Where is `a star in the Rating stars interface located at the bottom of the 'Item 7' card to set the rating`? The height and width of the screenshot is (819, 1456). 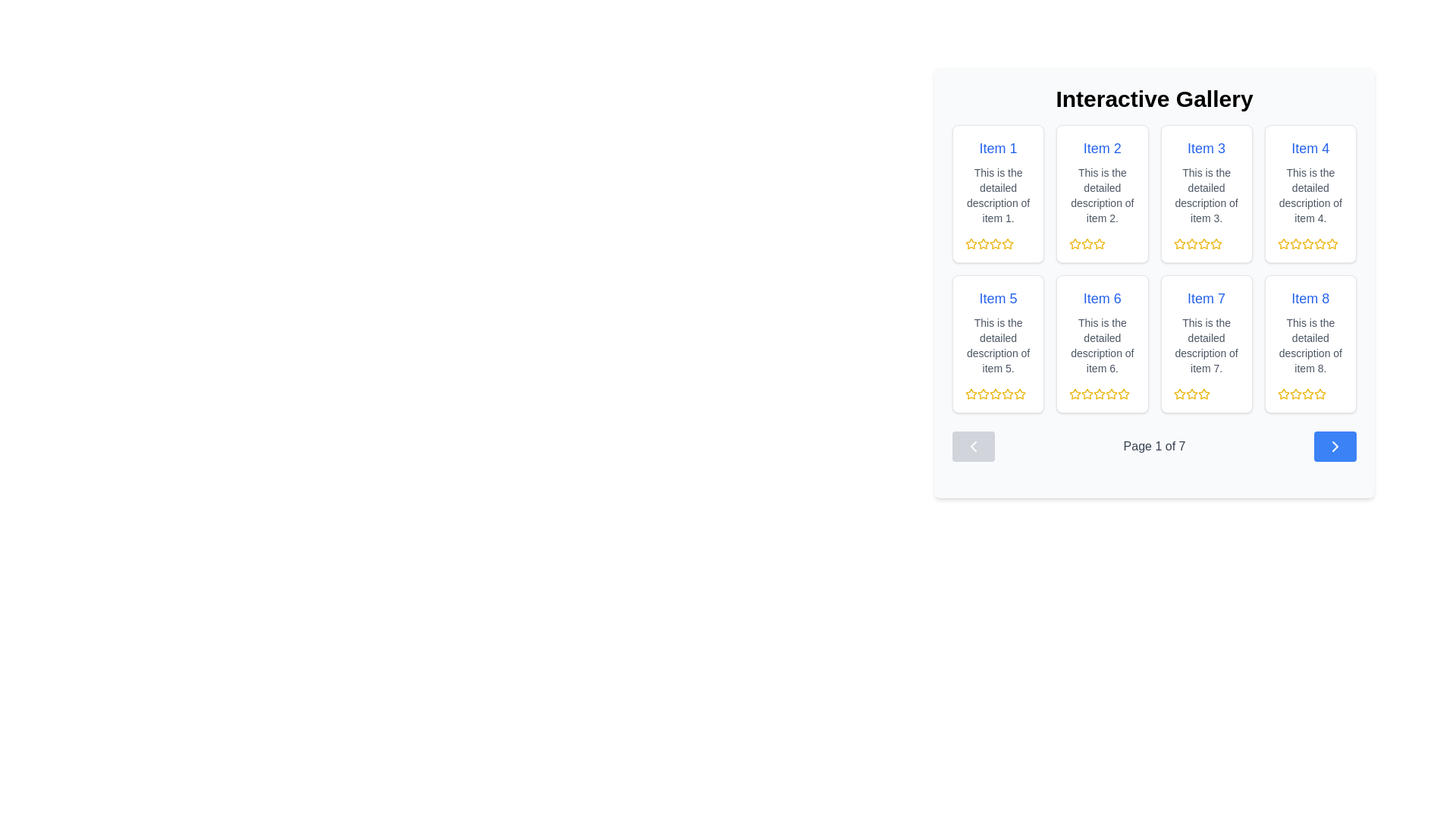
a star in the Rating stars interface located at the bottom of the 'Item 7' card to set the rating is located at coordinates (1205, 394).